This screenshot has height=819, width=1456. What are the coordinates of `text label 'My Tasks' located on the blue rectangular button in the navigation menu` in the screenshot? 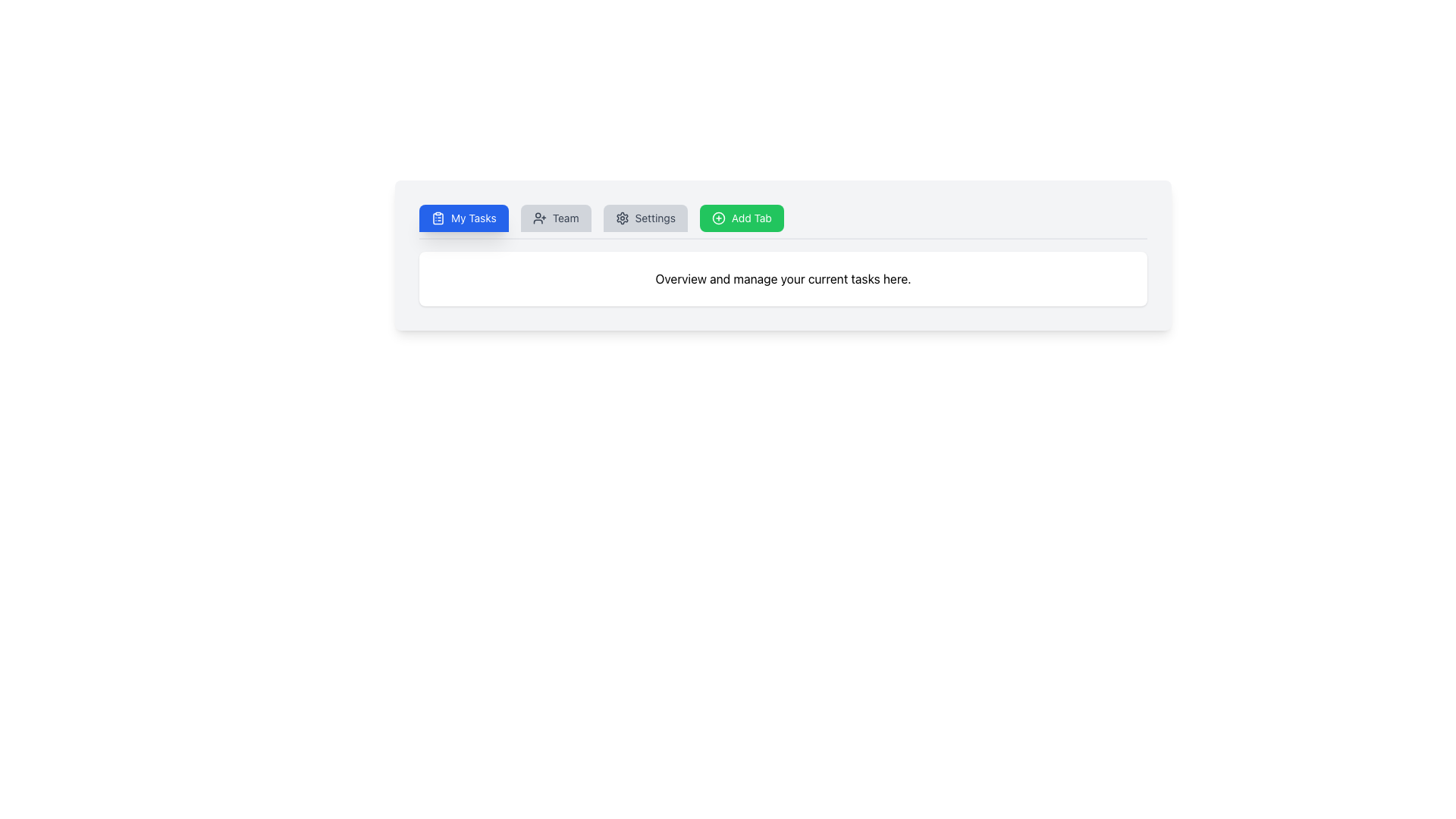 It's located at (472, 218).